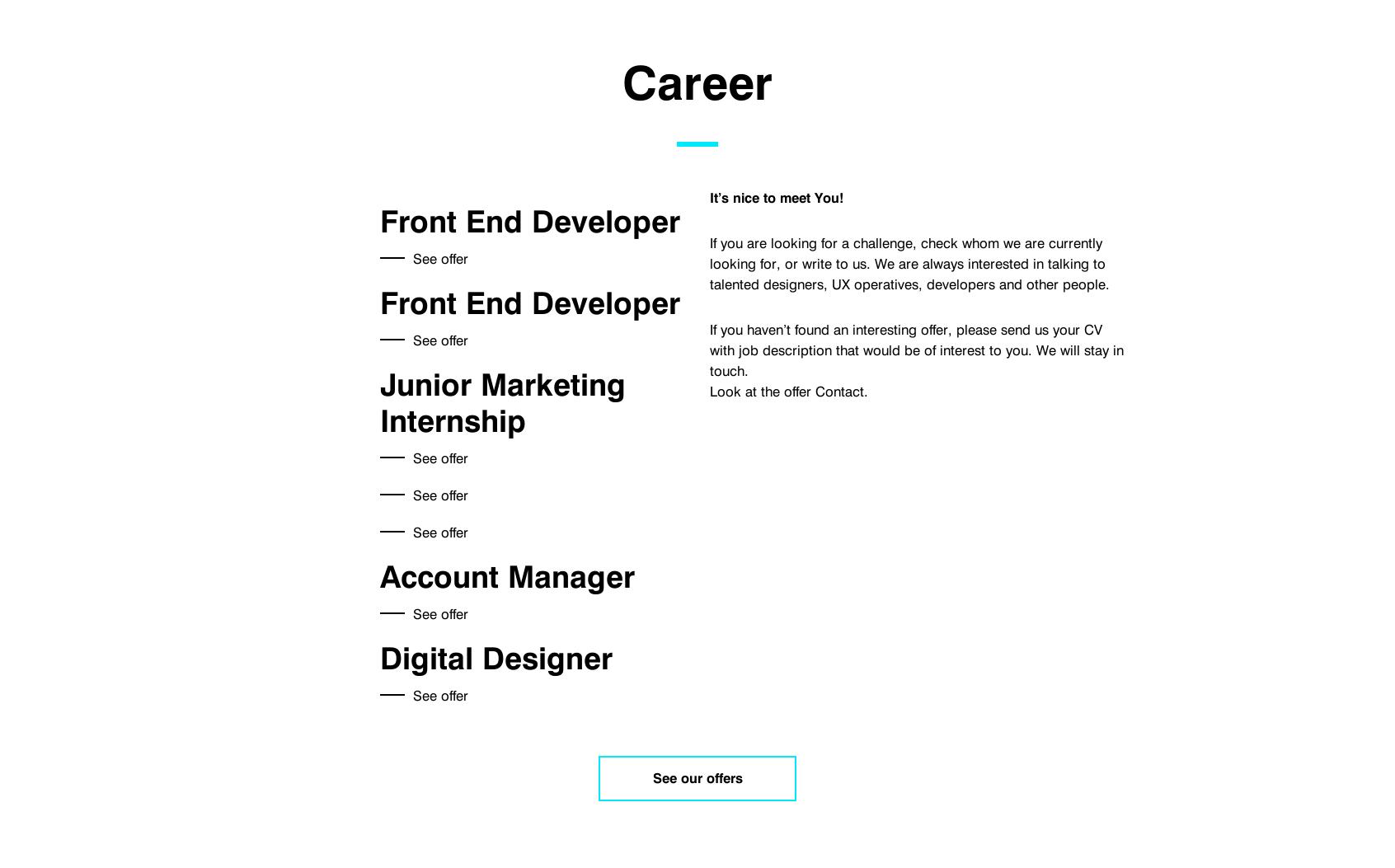 The height and width of the screenshot is (868, 1395). I want to click on 'Career', so click(697, 82).